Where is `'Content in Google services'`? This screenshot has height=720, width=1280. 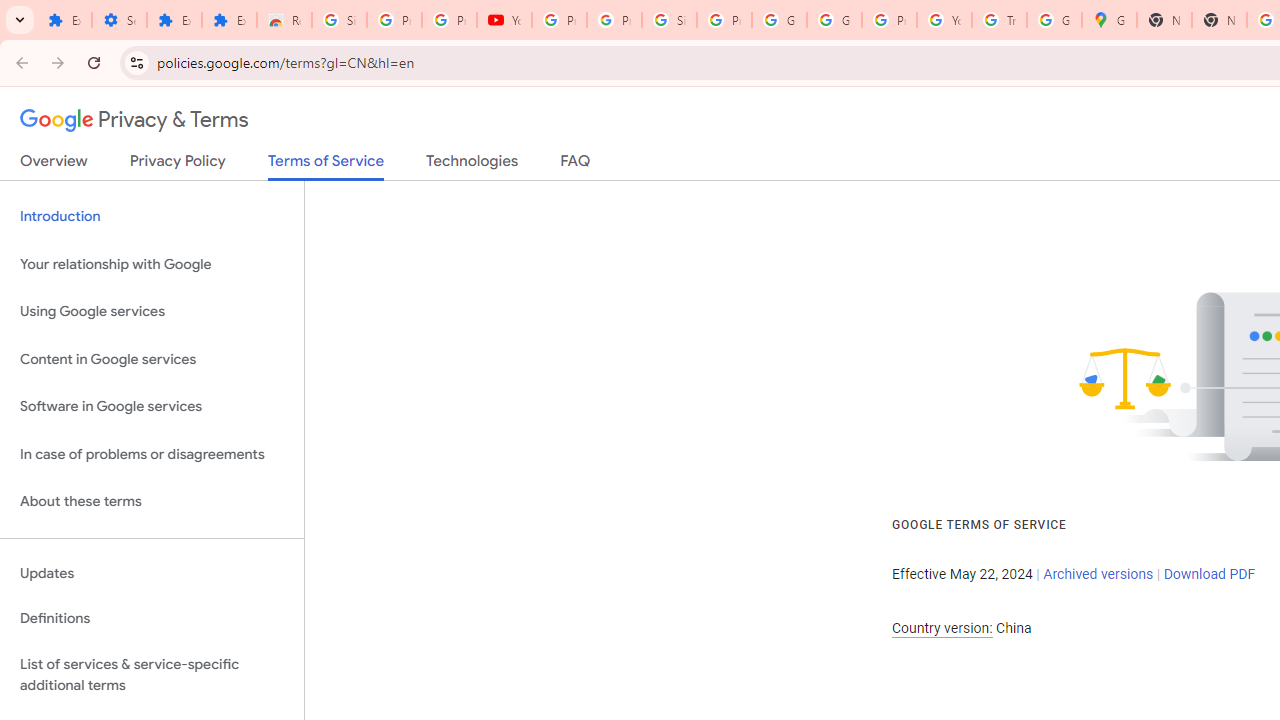 'Content in Google services' is located at coordinates (151, 358).